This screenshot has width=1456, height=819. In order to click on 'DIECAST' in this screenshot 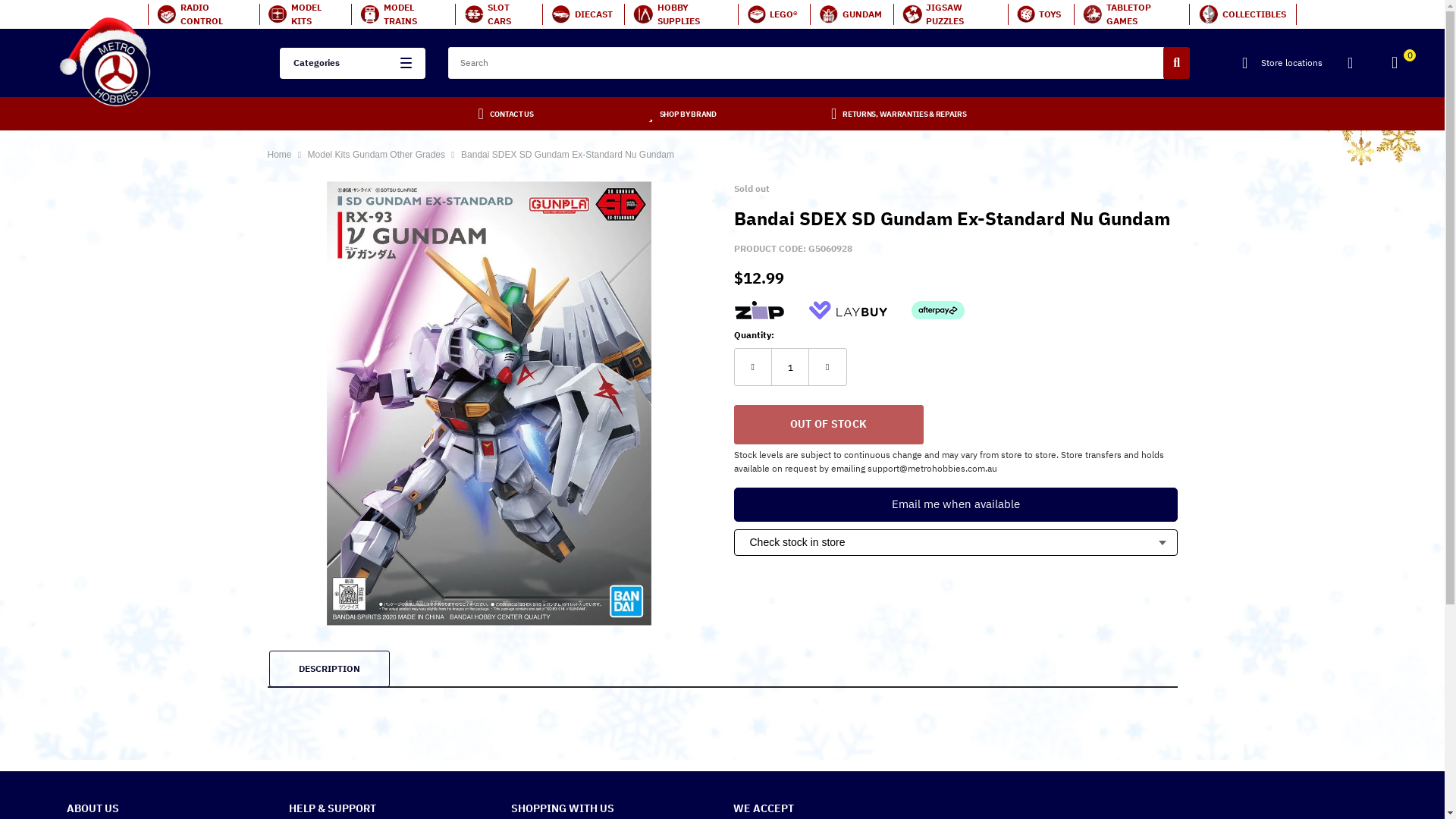, I will do `click(582, 14)`.